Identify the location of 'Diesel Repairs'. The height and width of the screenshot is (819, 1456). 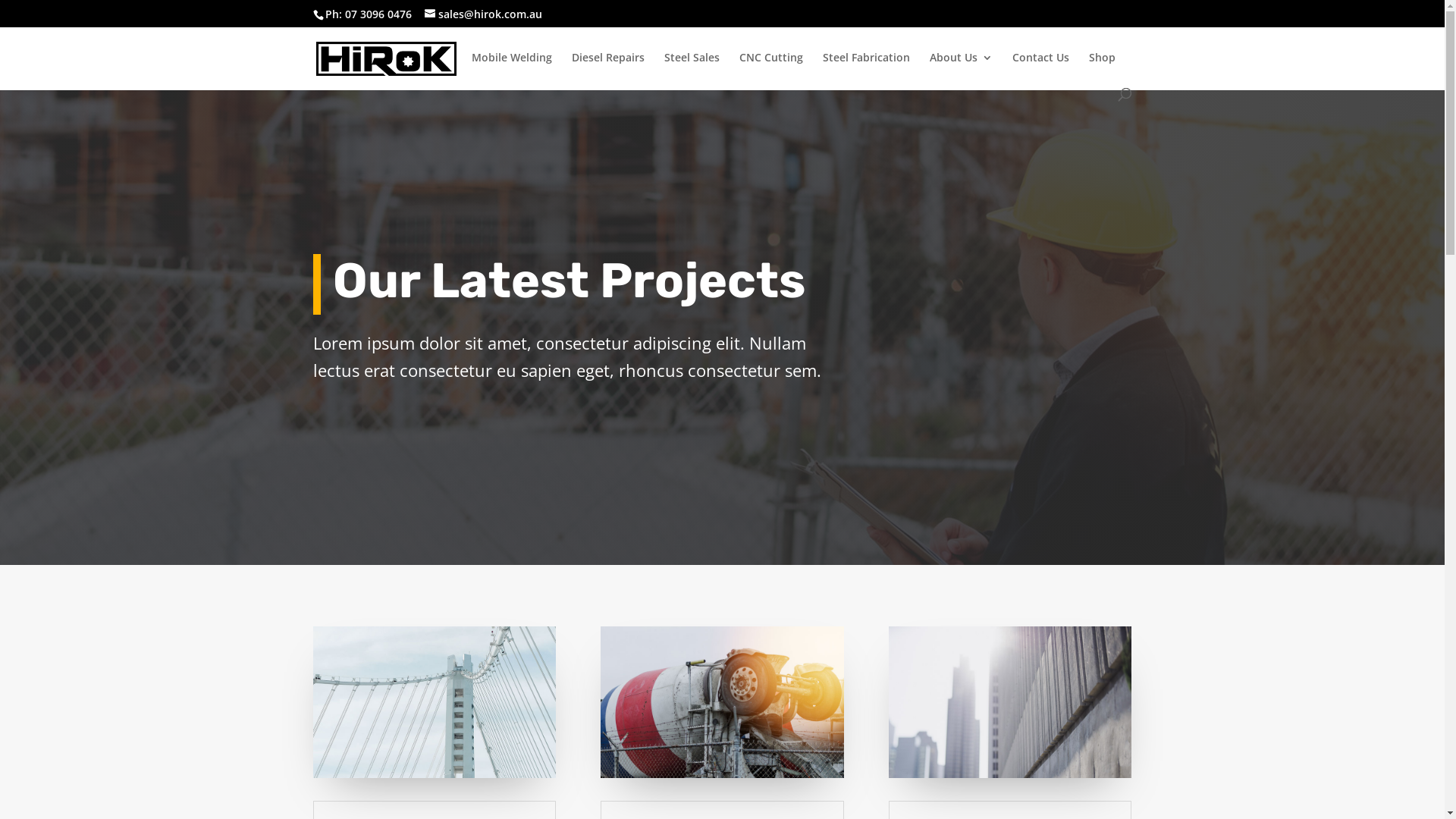
(570, 70).